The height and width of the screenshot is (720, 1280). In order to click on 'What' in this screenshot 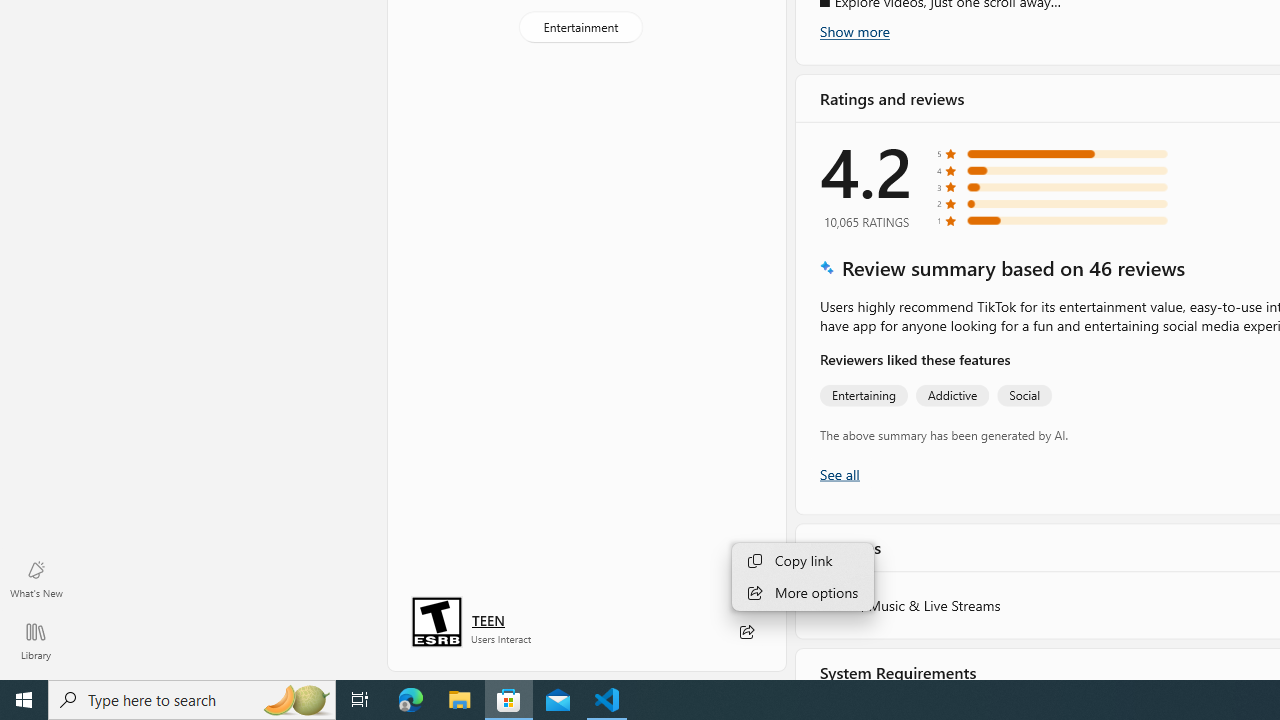, I will do `click(35, 578)`.